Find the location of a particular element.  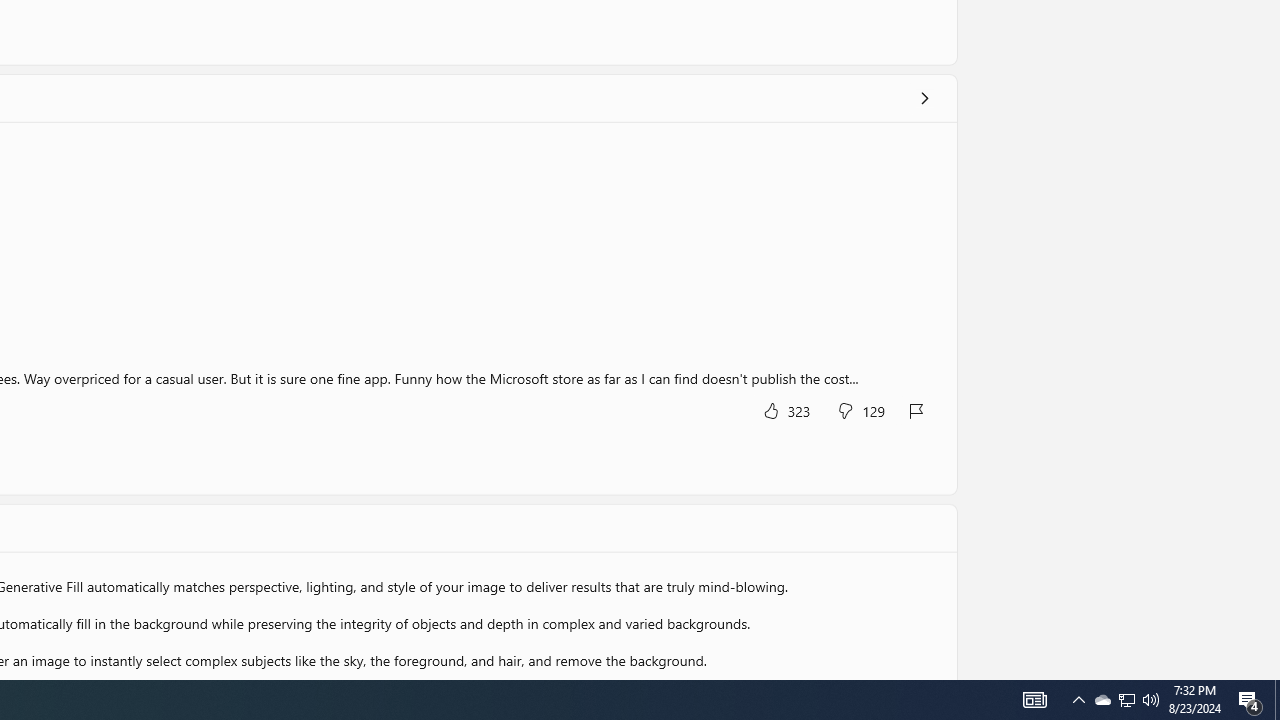

'No, this was not helpful. 129 votes.' is located at coordinates (860, 409).